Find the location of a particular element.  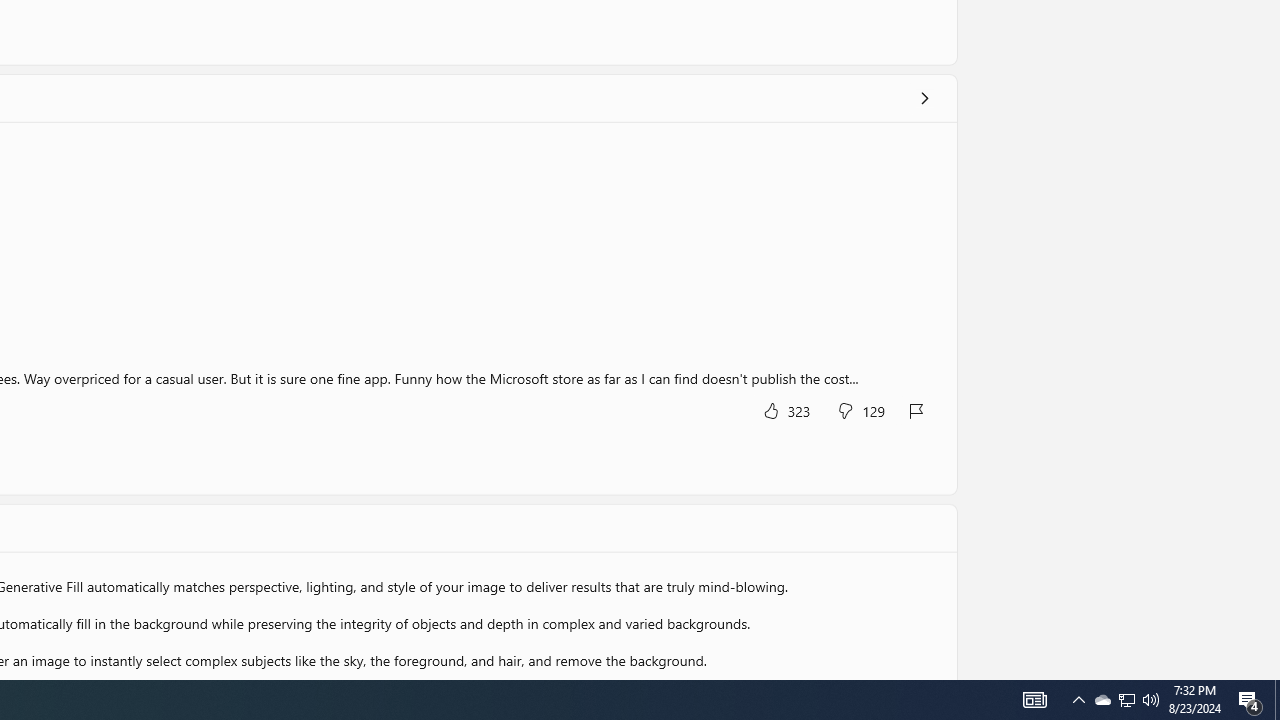

'No, this was not helpful. 129 votes.' is located at coordinates (860, 409).